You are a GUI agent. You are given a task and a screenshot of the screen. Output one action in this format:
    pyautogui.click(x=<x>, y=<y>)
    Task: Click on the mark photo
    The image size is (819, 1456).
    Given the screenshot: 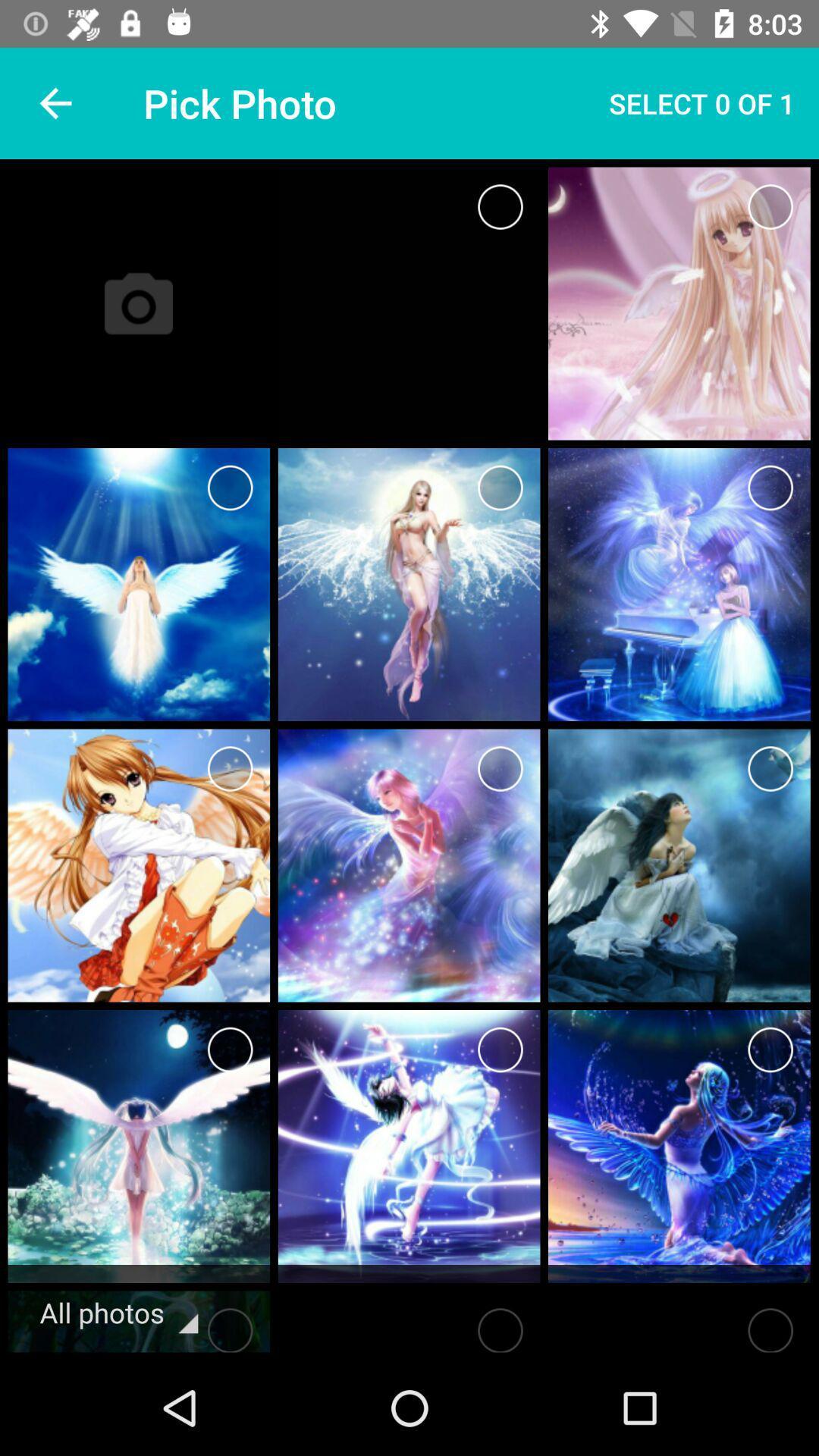 What is the action you would take?
    pyautogui.click(x=230, y=1049)
    